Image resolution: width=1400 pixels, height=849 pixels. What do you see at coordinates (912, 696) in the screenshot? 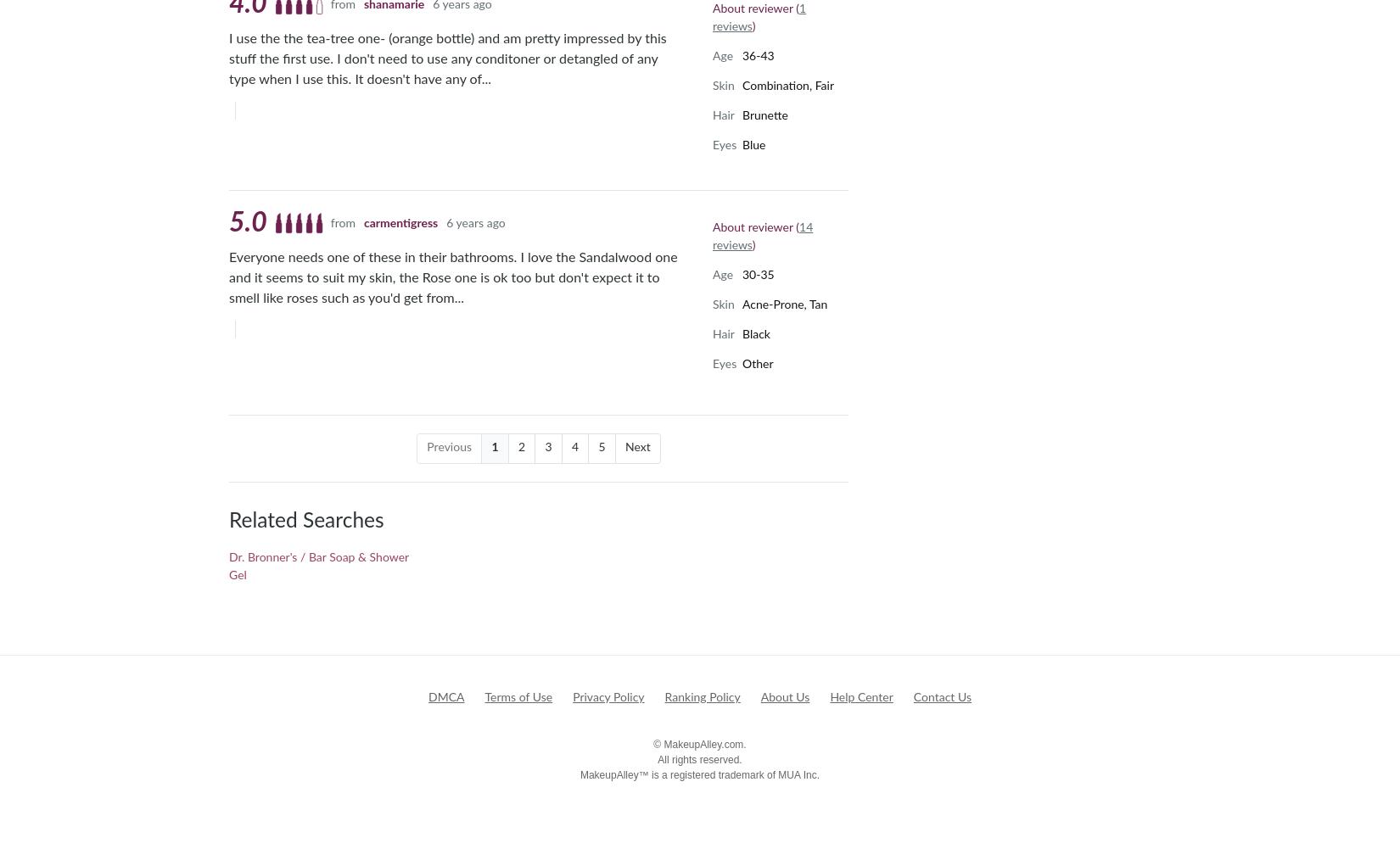
I see `'Contact Us'` at bounding box center [912, 696].